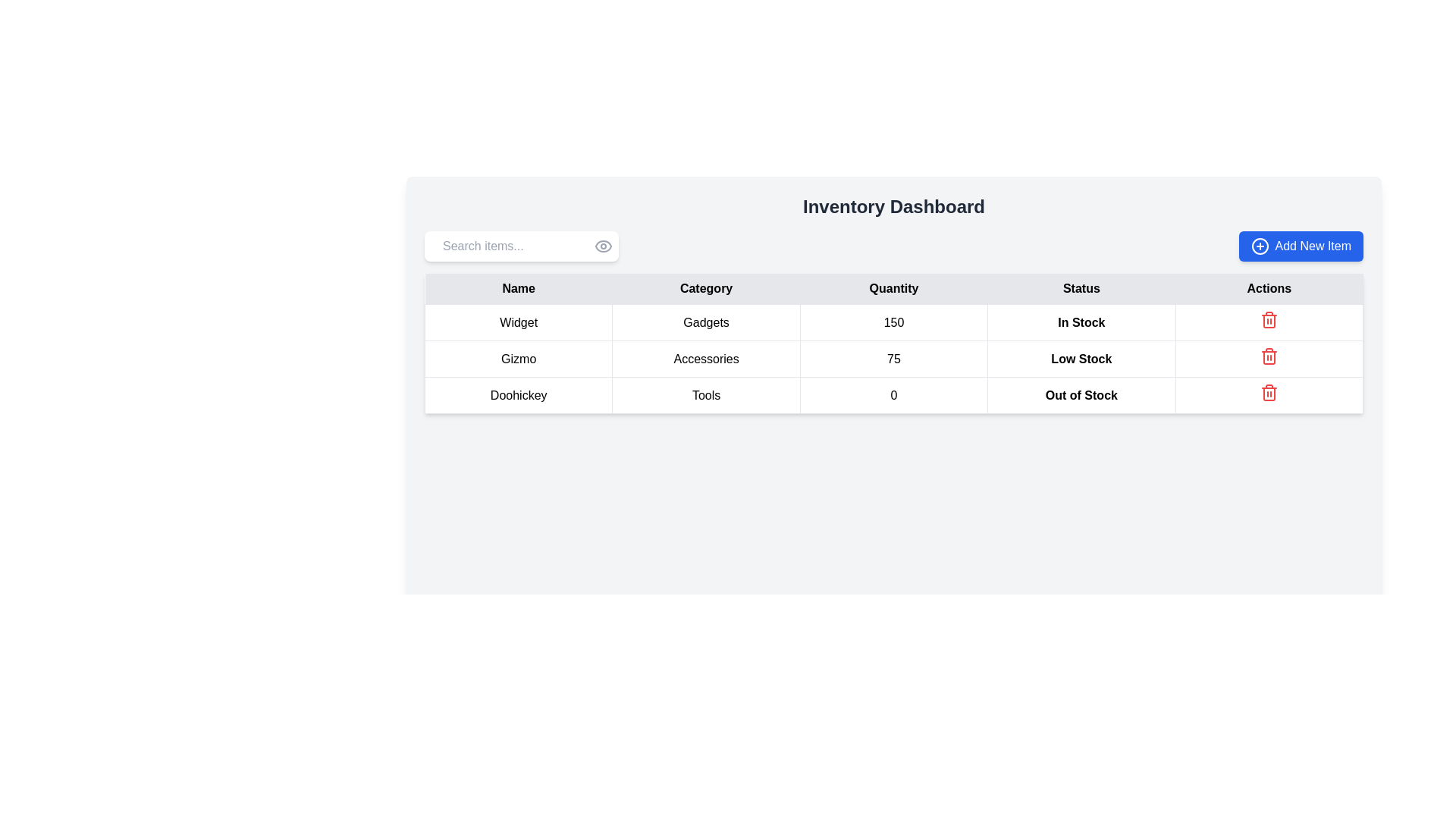  Describe the element at coordinates (519, 289) in the screenshot. I see `the header label for the first column of the data table that defines the category of data as names of items` at that location.